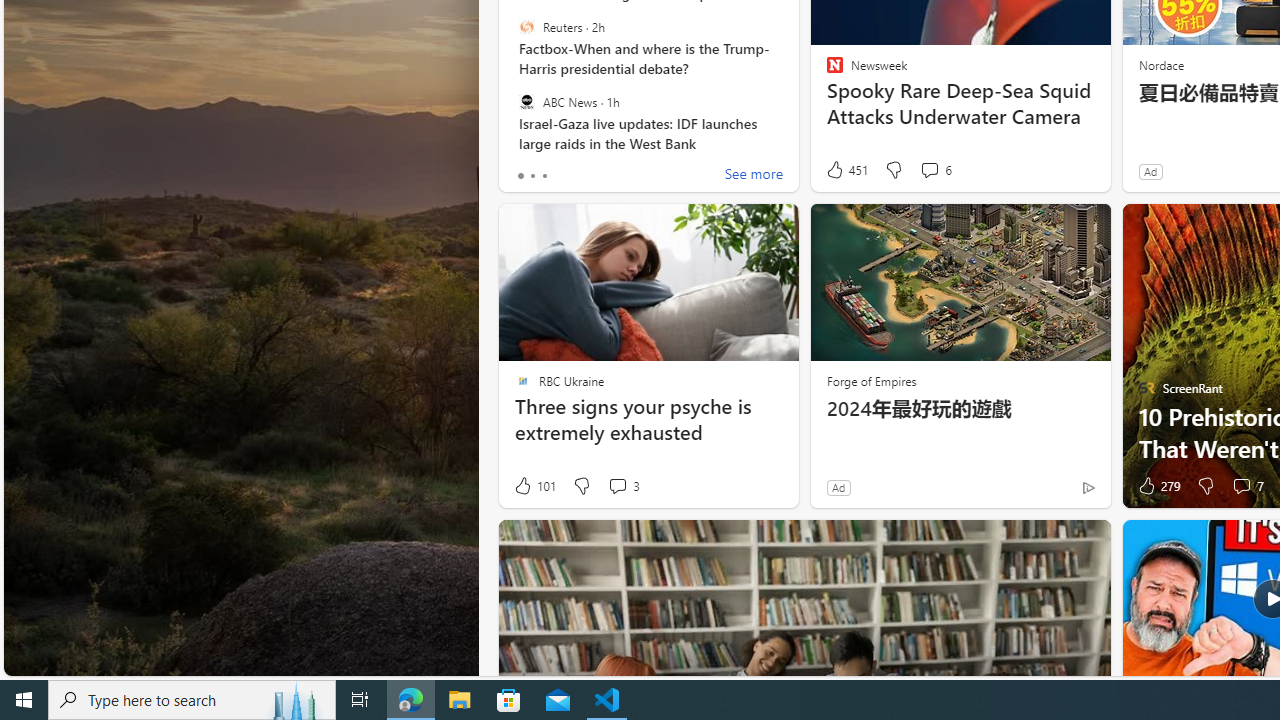 The height and width of the screenshot is (720, 1280). Describe the element at coordinates (526, 27) in the screenshot. I see `'Reuters'` at that location.